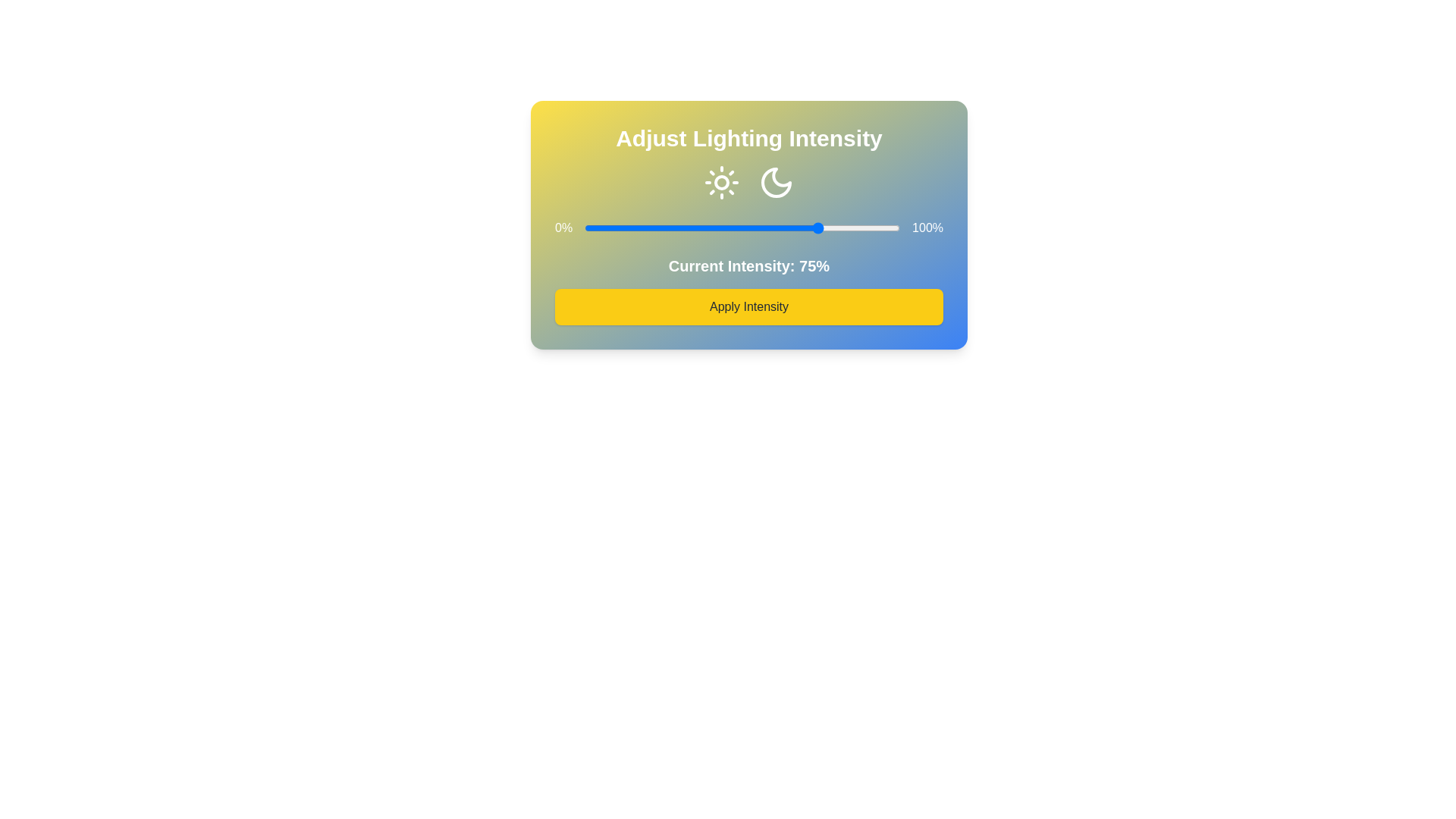 The height and width of the screenshot is (819, 1456). What do you see at coordinates (884, 227) in the screenshot?
I see `the light intensity to 95% by moving the slider` at bounding box center [884, 227].